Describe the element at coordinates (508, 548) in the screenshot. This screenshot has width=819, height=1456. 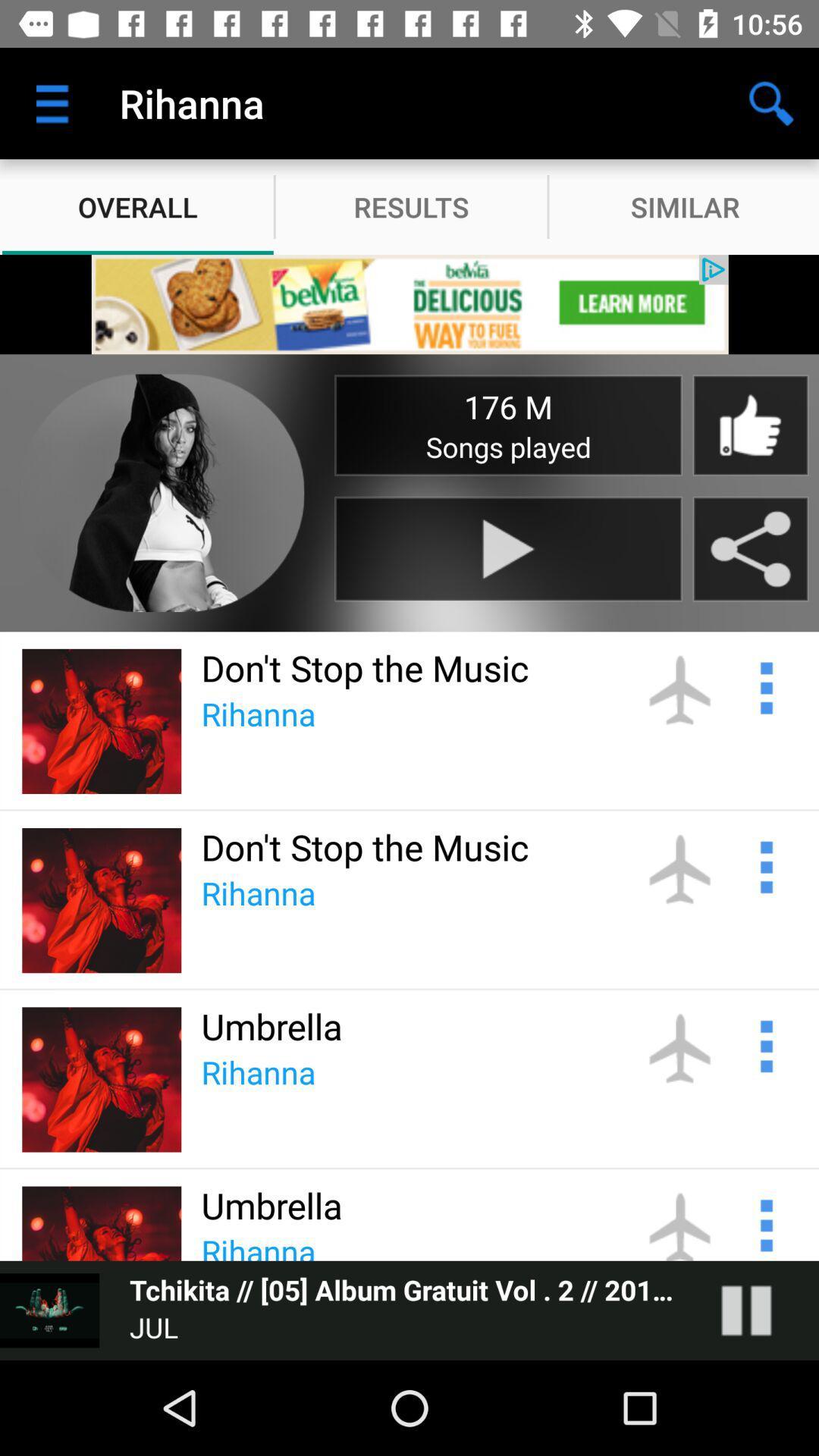
I see `start the music` at that location.